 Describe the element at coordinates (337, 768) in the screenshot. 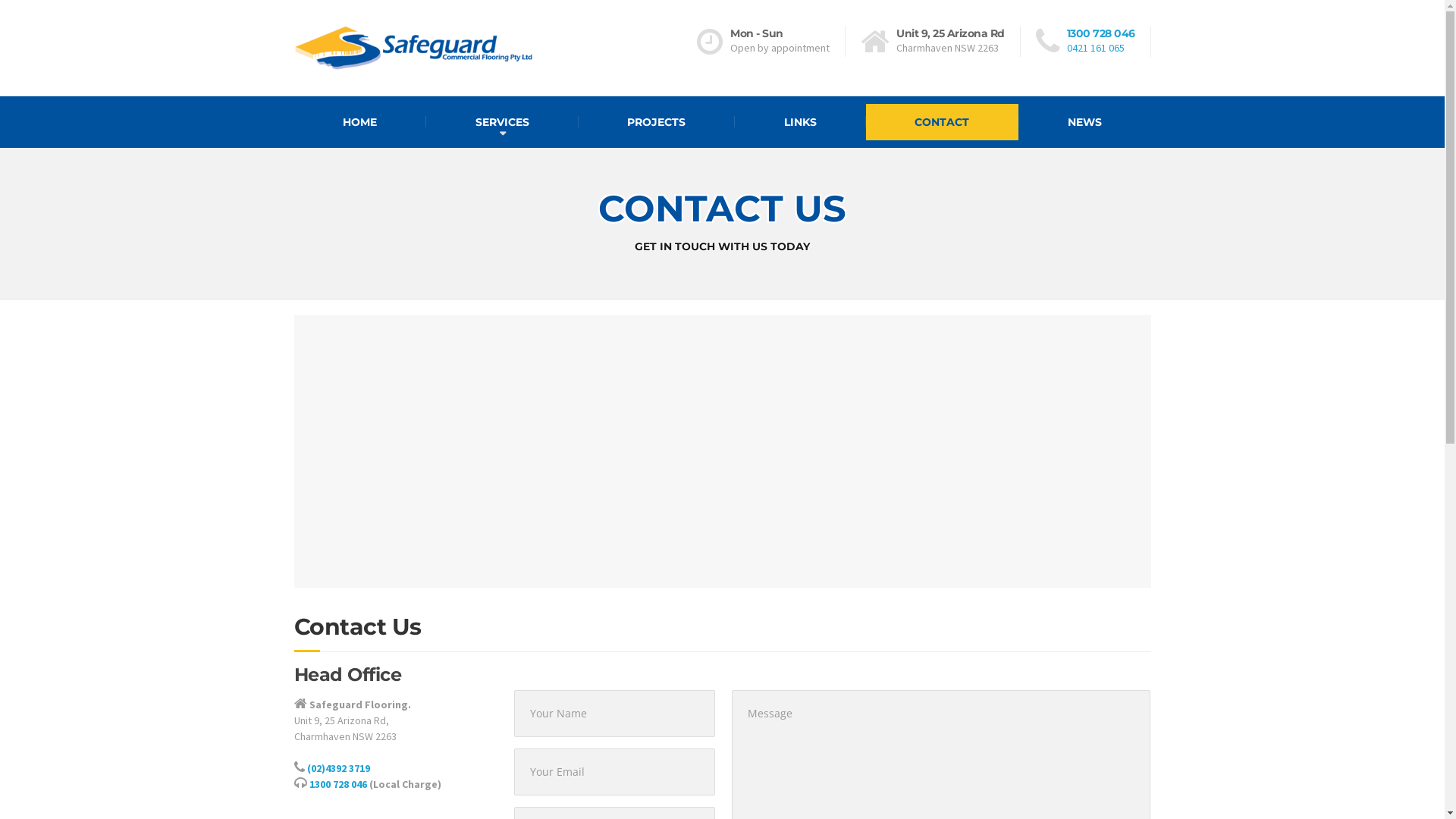

I see `'(02)4392 3719'` at that location.